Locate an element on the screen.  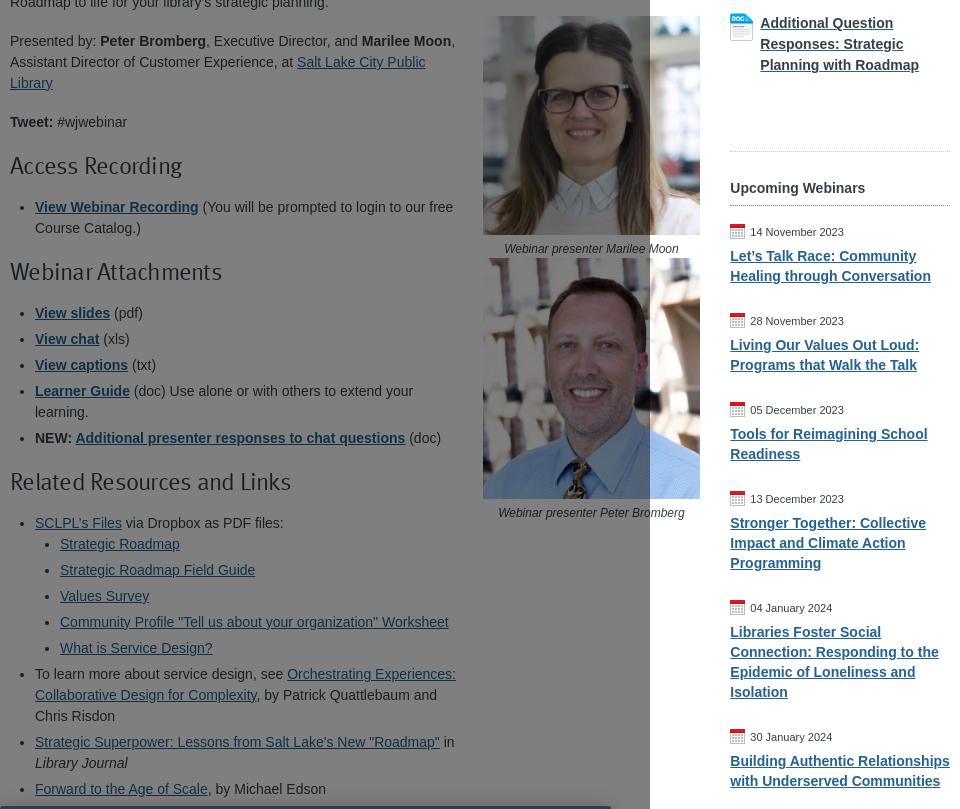
'Upcoming Webinars' is located at coordinates (797, 187).